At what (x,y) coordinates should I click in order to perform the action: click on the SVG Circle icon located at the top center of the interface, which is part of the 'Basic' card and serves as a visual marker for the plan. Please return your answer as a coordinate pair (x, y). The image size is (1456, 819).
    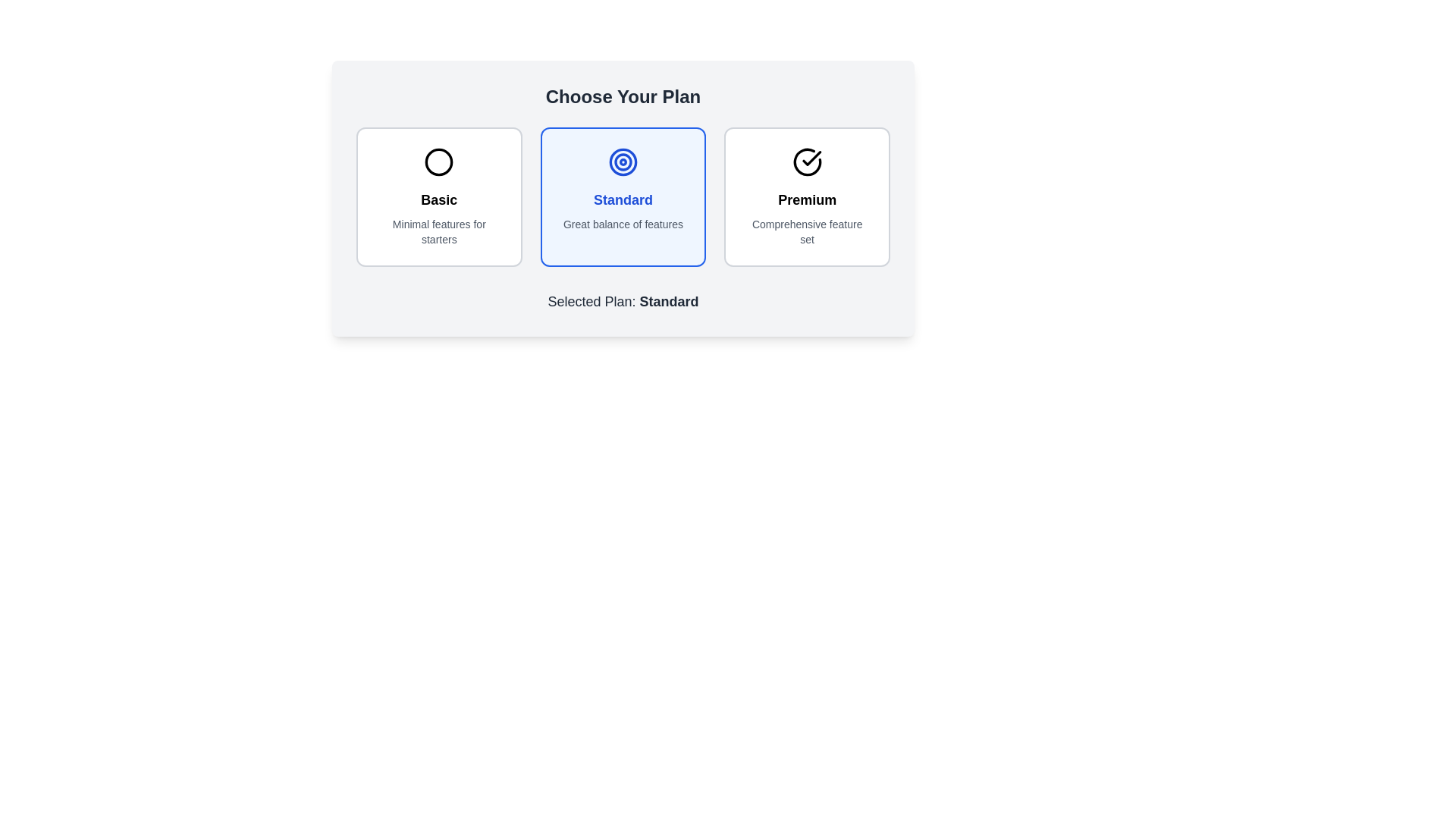
    Looking at the image, I should click on (438, 162).